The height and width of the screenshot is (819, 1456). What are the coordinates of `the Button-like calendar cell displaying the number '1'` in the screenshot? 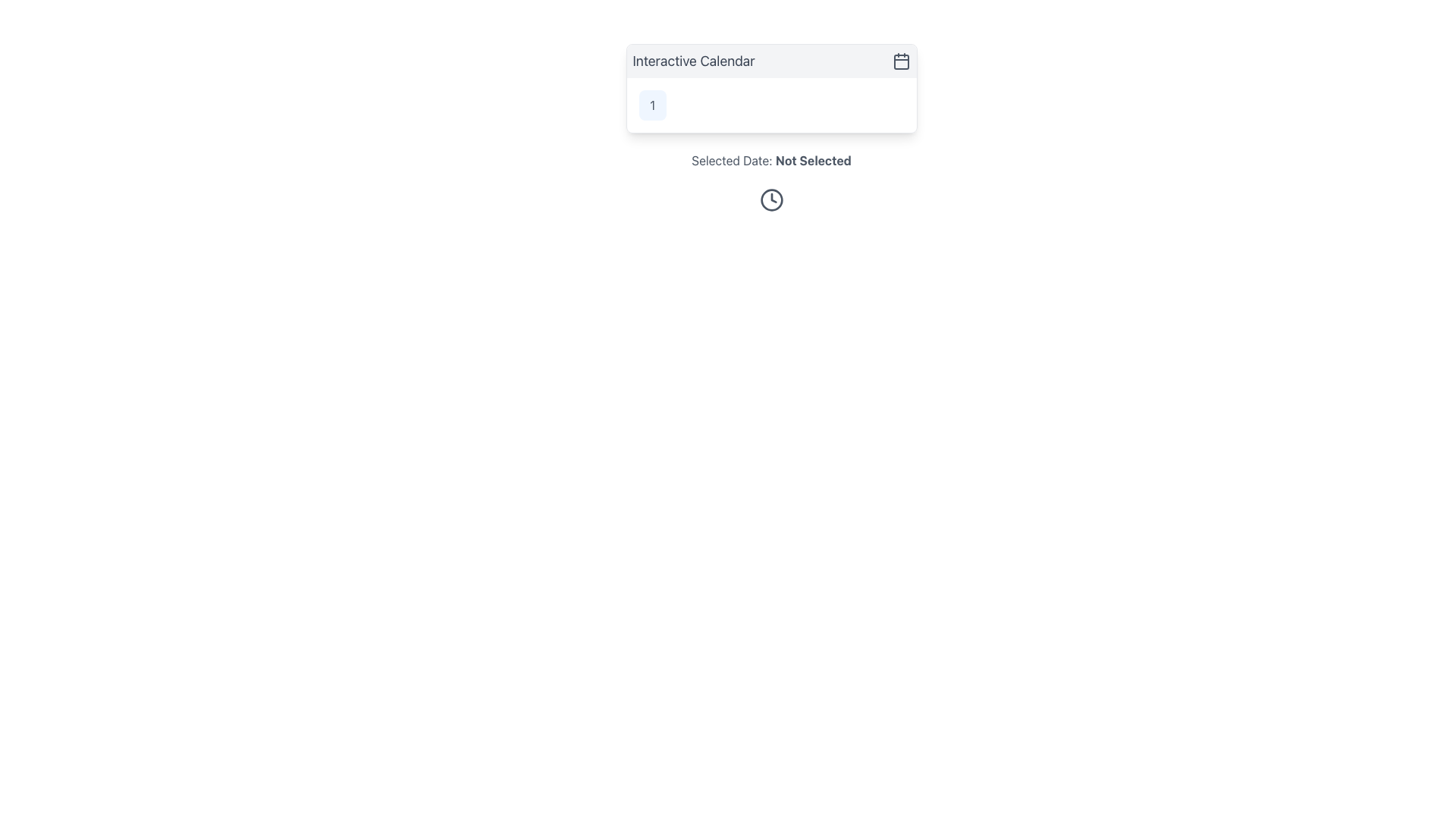 It's located at (771, 104).